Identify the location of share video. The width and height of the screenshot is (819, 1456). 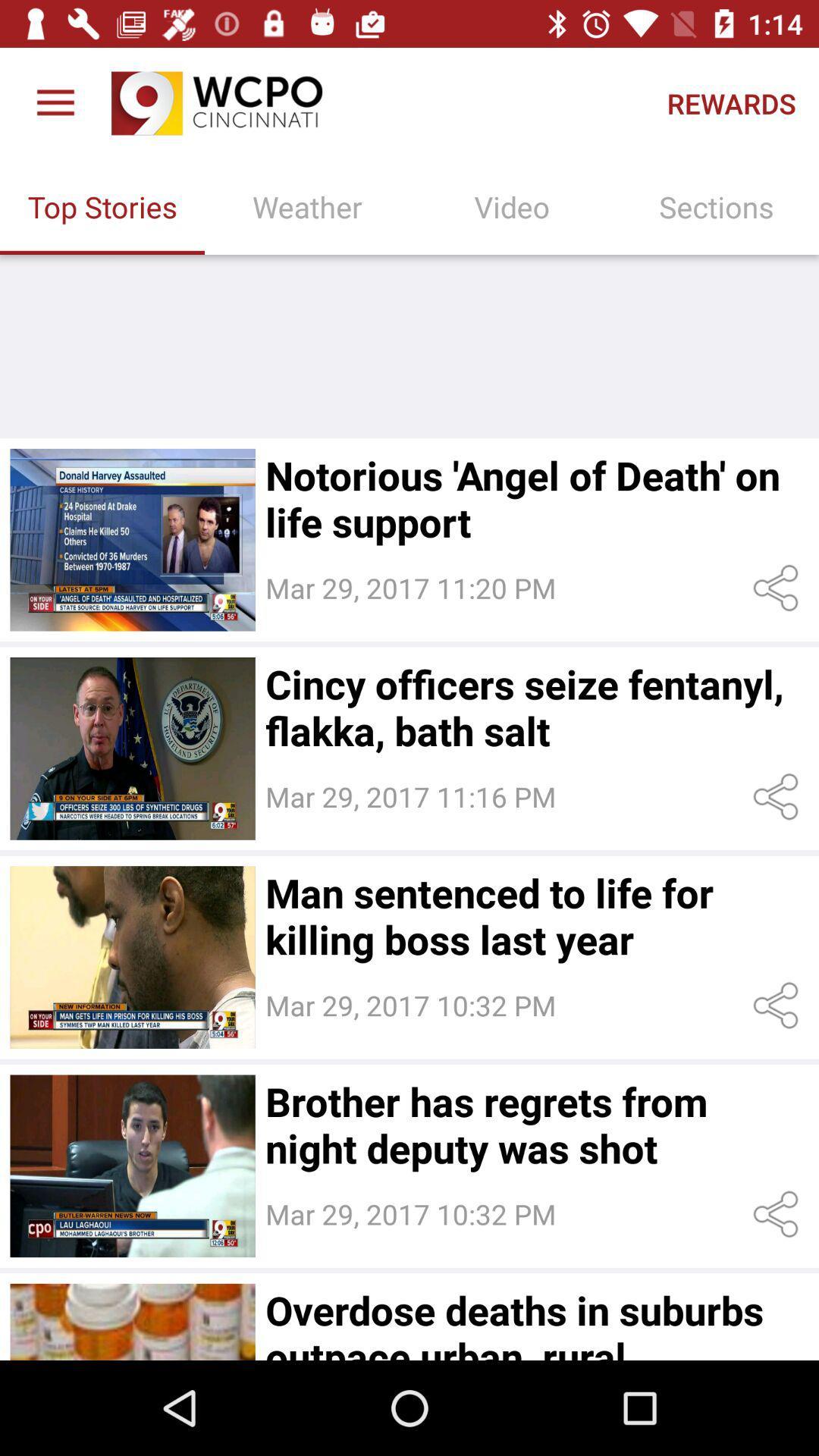
(779, 1006).